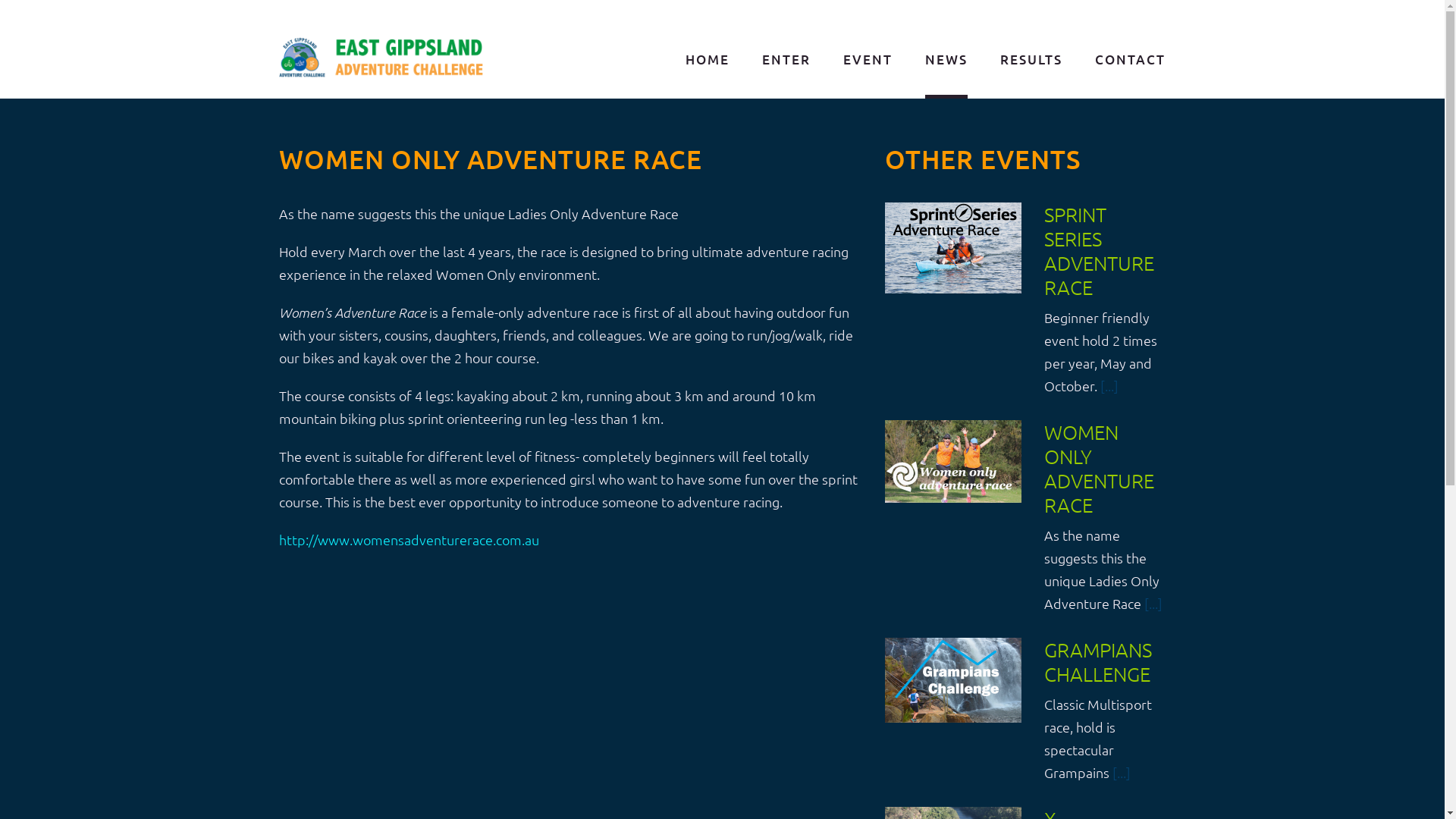 The width and height of the screenshot is (1456, 819). I want to click on 'WOMEN ONLY ADVENTURE RACE', so click(1099, 467).